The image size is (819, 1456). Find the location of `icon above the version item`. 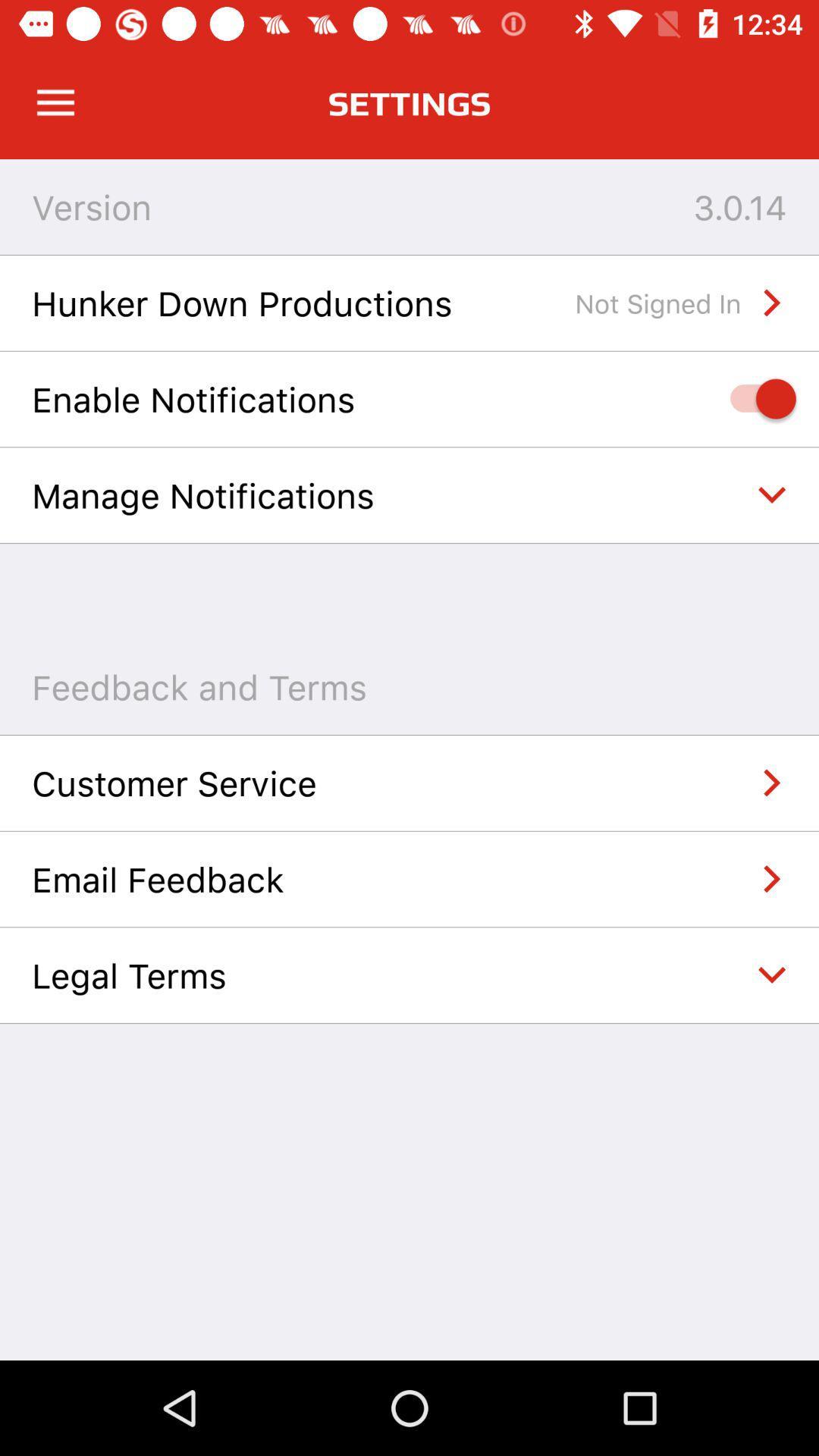

icon above the version item is located at coordinates (55, 102).